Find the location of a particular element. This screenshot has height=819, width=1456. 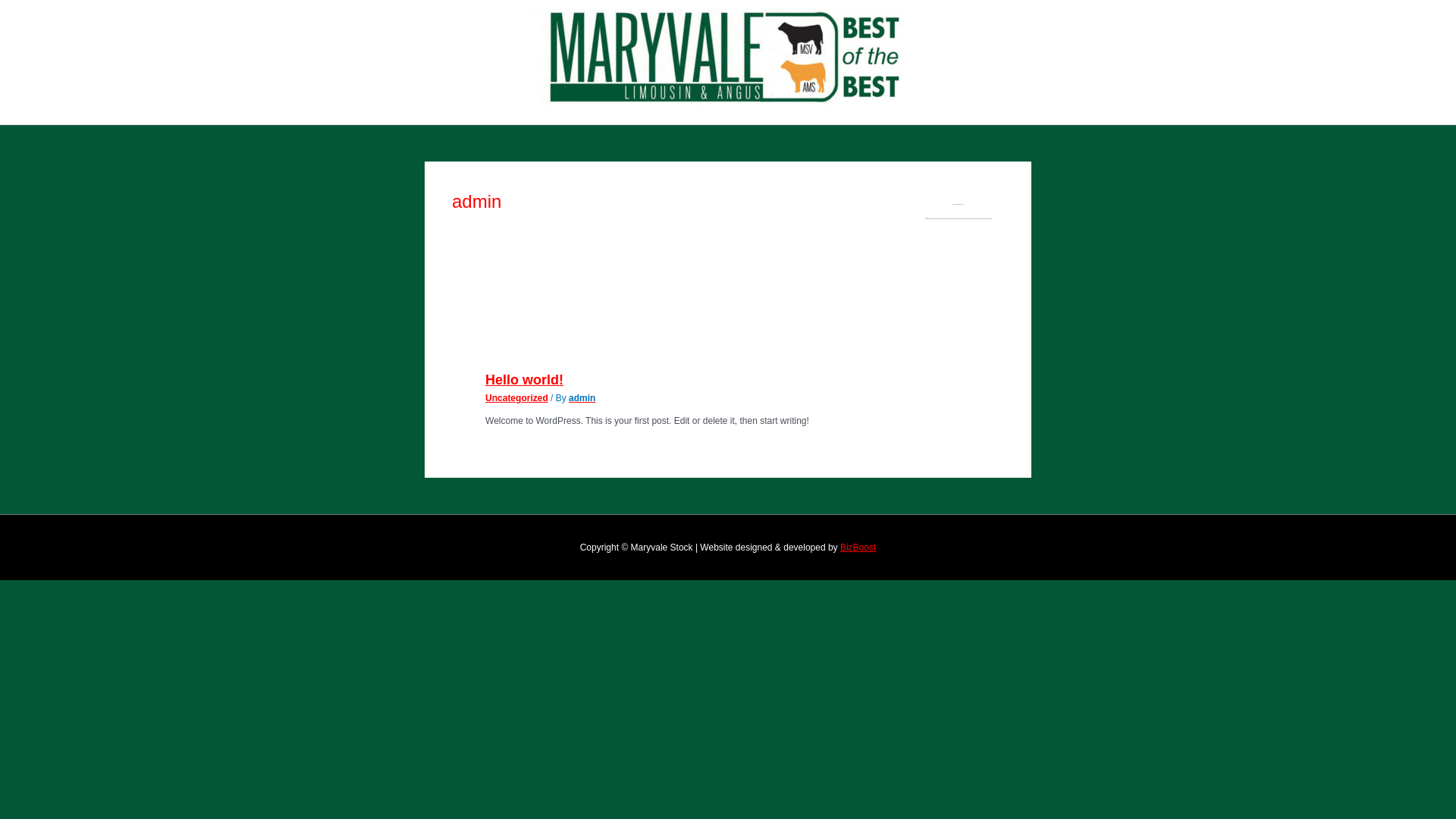

'Hello world!' is located at coordinates (524, 379).